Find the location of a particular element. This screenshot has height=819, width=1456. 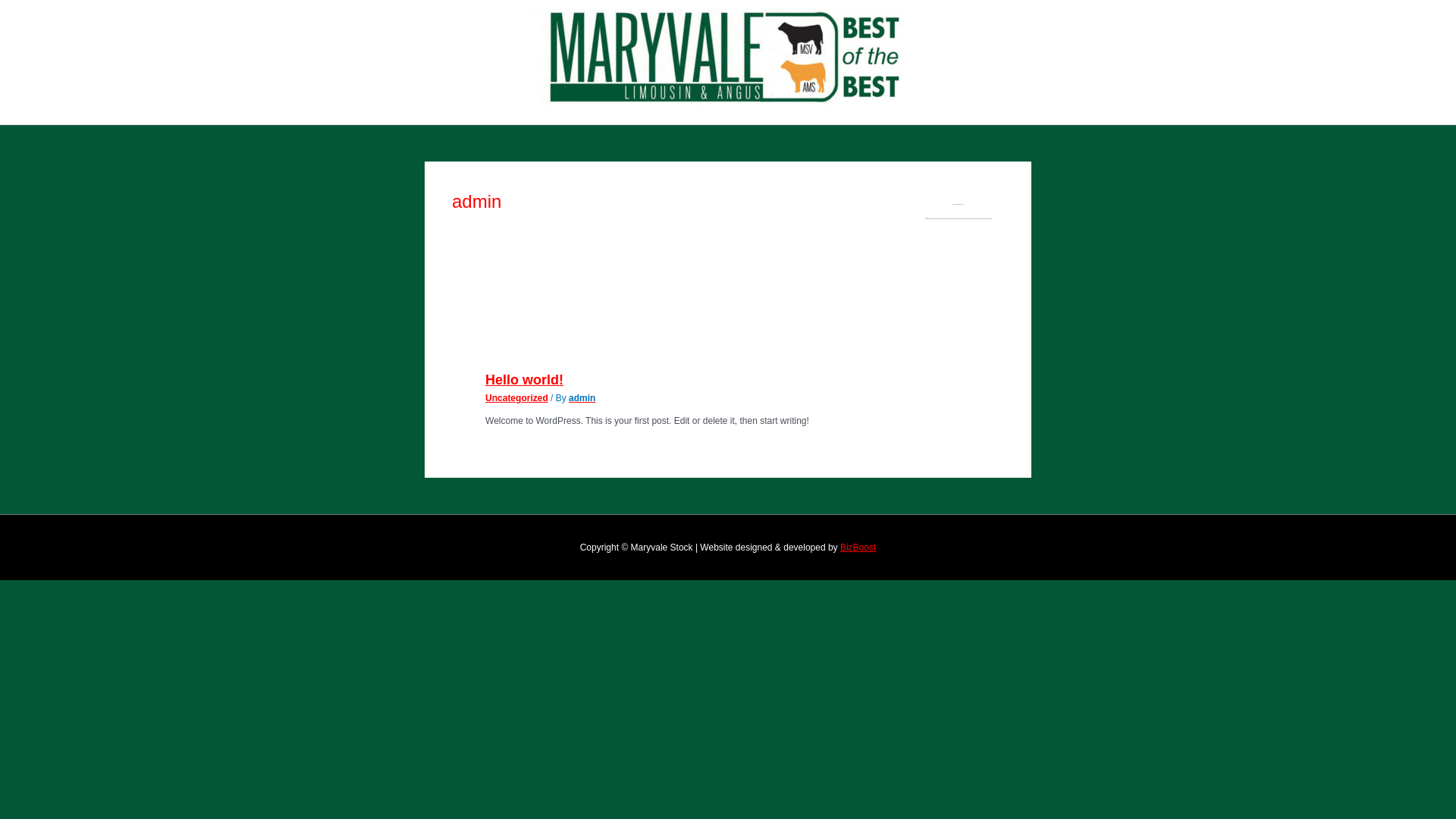

'Hello world!' is located at coordinates (524, 379).